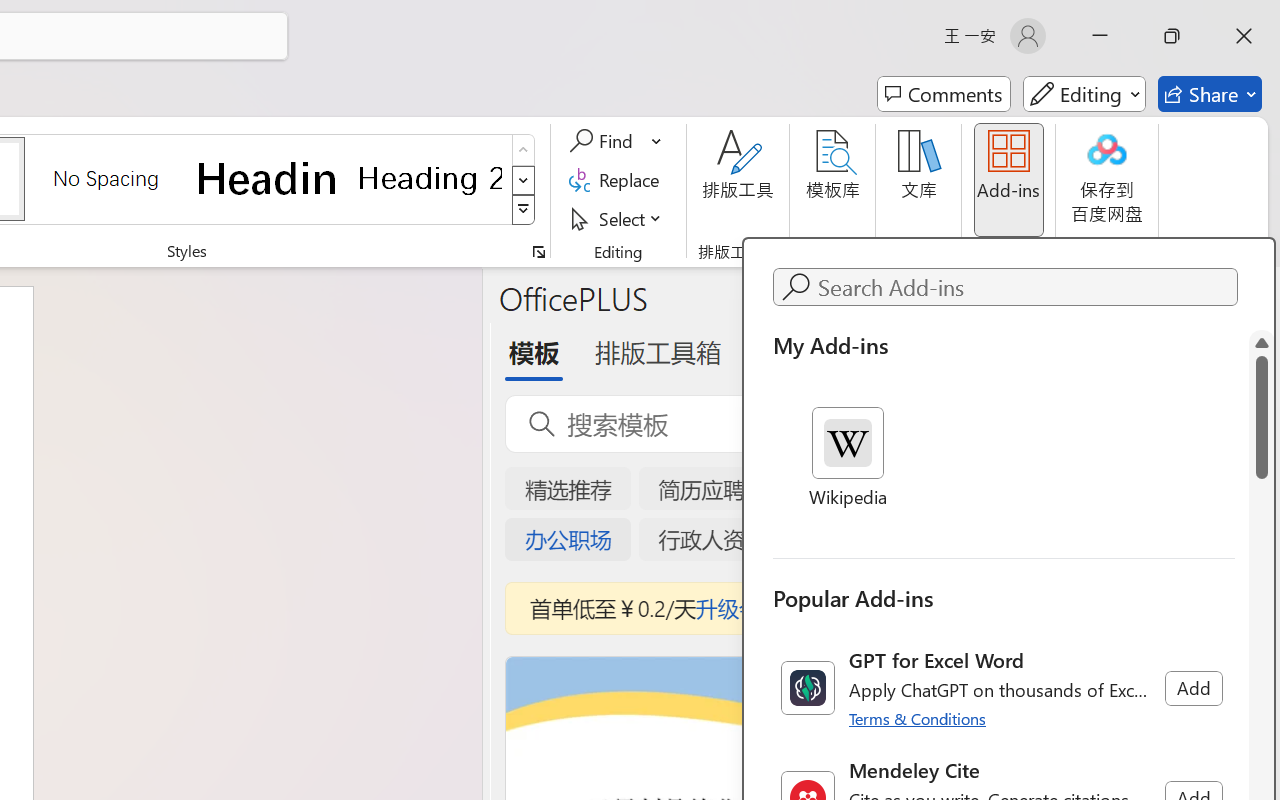 The height and width of the screenshot is (800, 1280). What do you see at coordinates (617, 218) in the screenshot?
I see `'Select'` at bounding box center [617, 218].